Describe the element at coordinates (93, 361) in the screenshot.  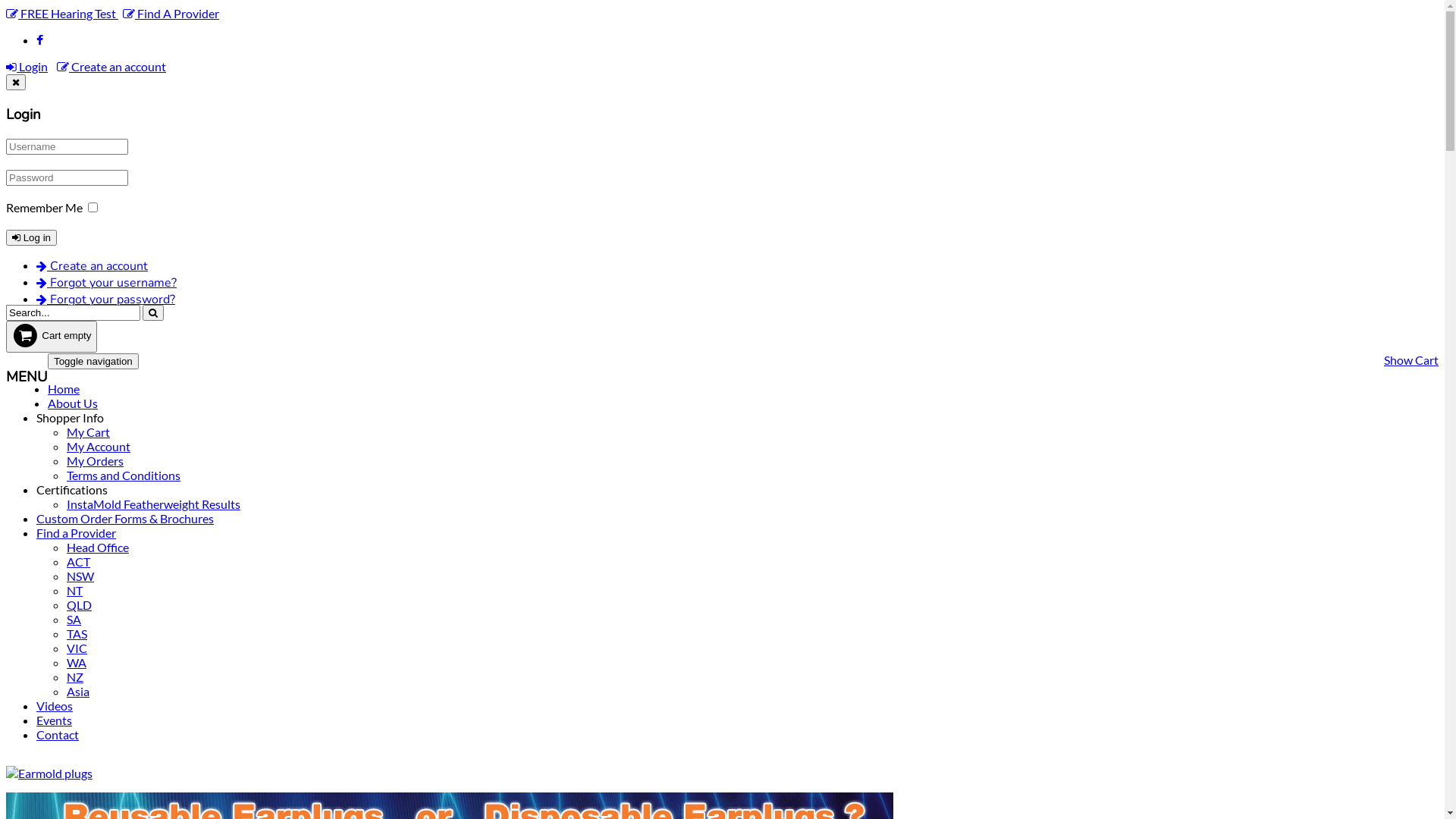
I see `'Toggle navigation'` at that location.